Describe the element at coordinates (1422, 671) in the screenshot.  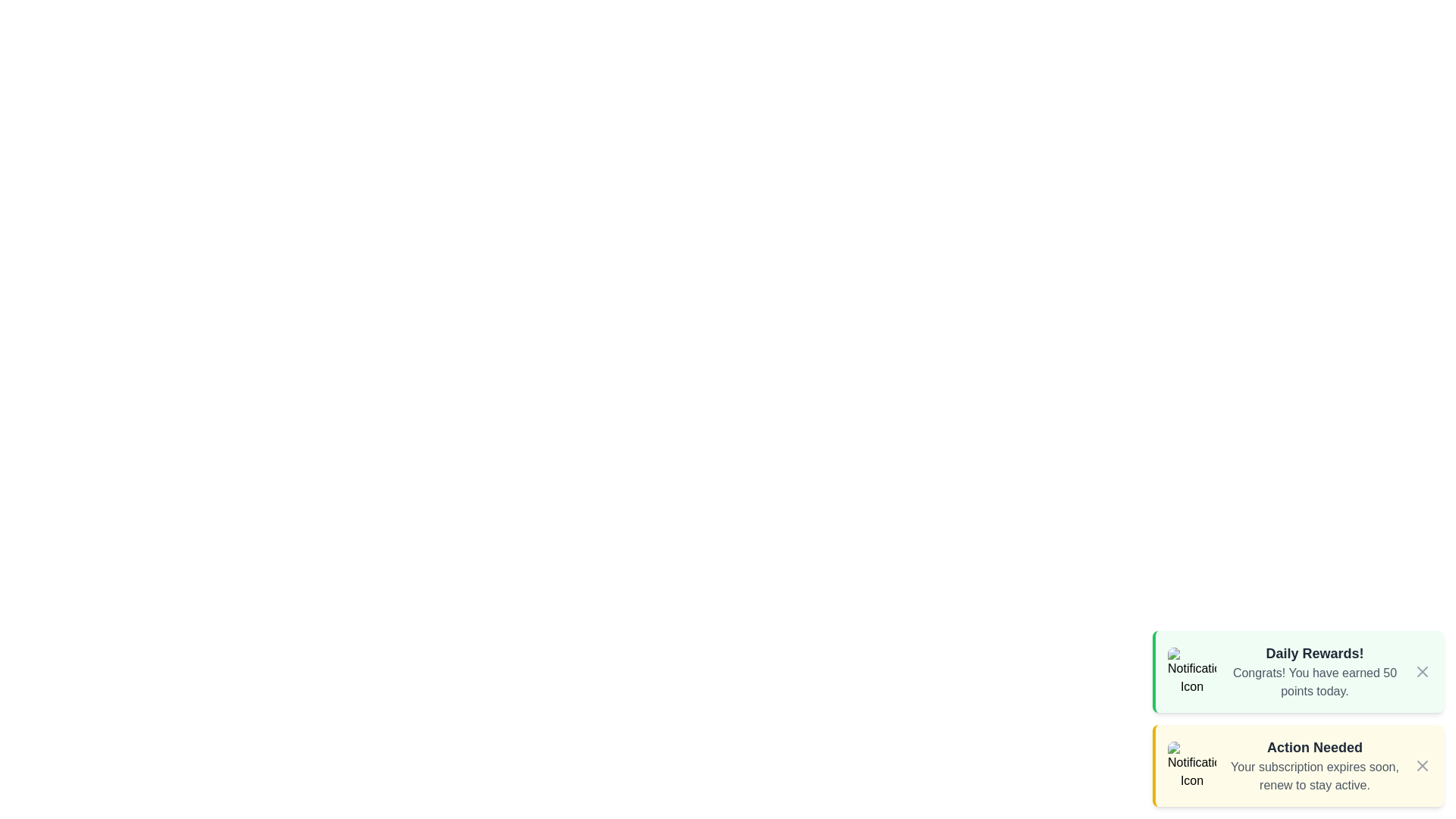
I see `the close button of the notification with the title Daily Rewards!` at that location.